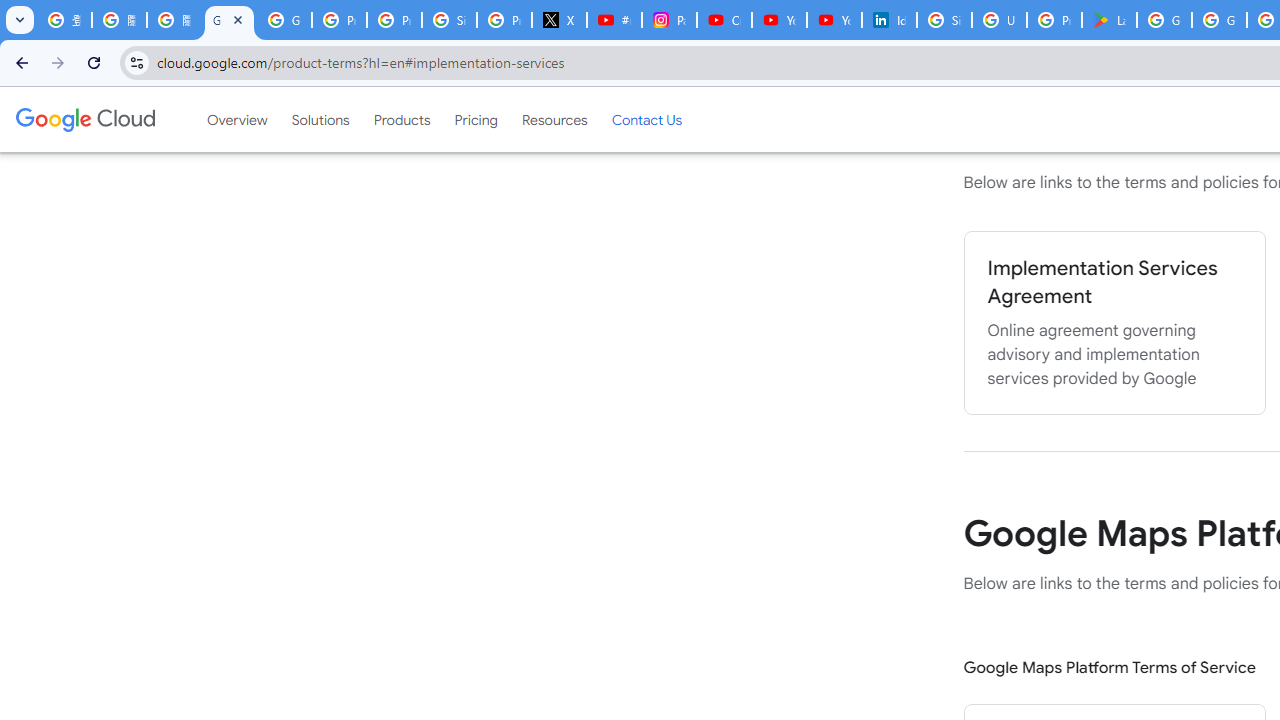  What do you see at coordinates (560, 20) in the screenshot?
I see `'X'` at bounding box center [560, 20].